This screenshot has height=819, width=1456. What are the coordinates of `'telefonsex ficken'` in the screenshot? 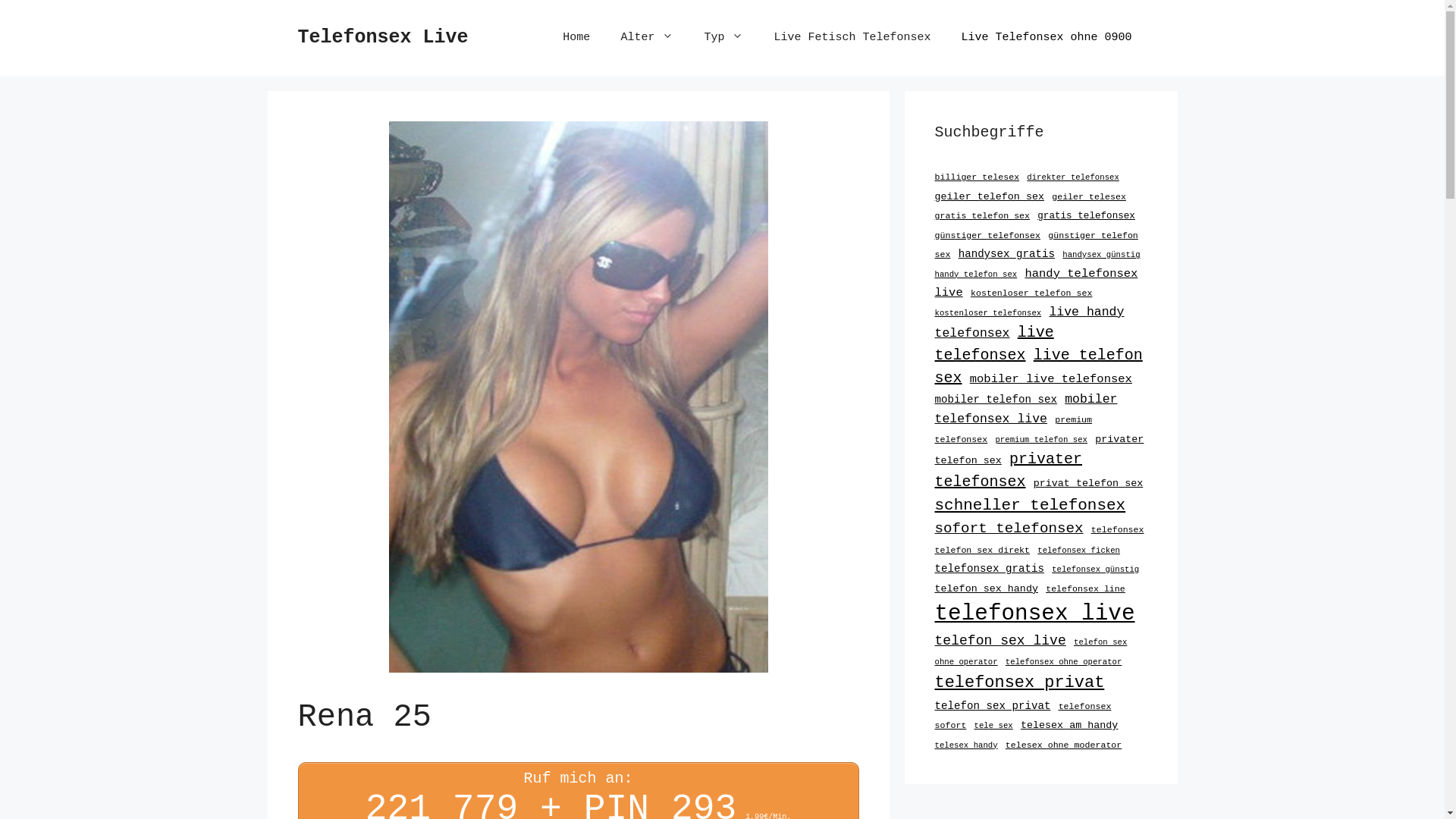 It's located at (1037, 550).